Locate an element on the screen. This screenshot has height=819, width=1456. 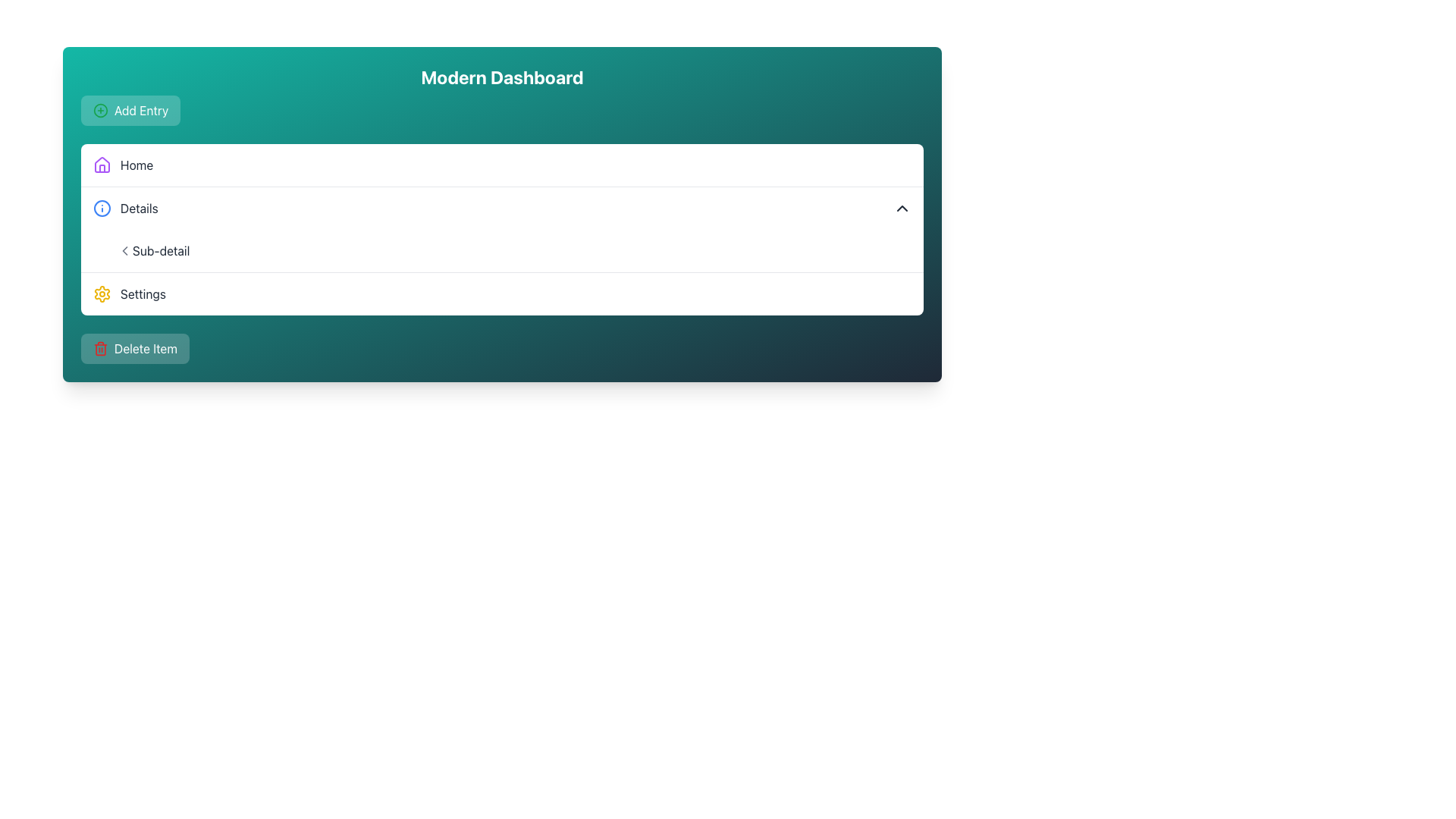
the 'Settings' icon located to the left of the text 'Settings' in the navigation list is located at coordinates (101, 294).